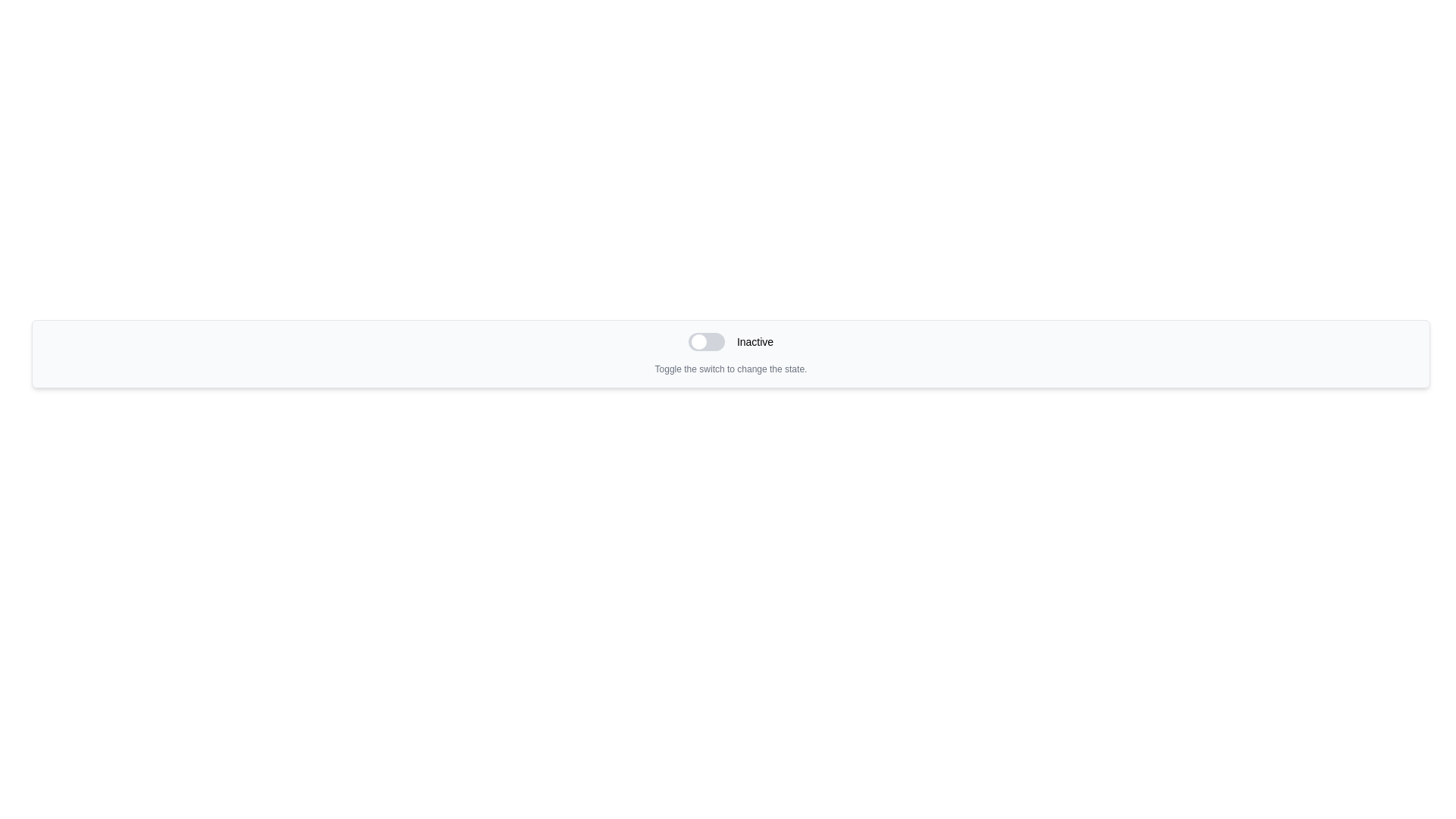 The height and width of the screenshot is (819, 1456). I want to click on the small circular toggle switch knob with a white background, so click(698, 342).